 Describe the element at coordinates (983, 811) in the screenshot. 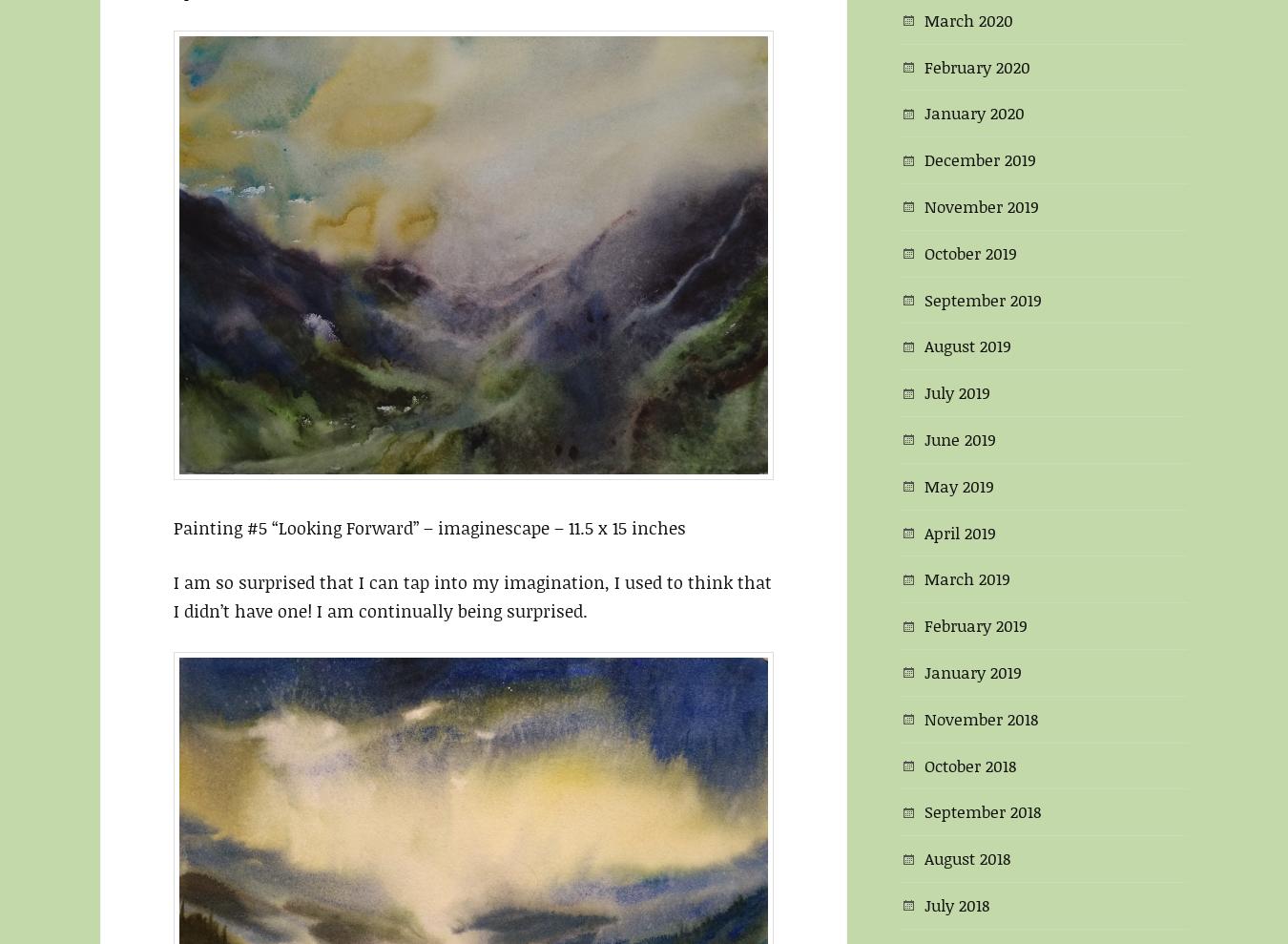

I see `'September 2018'` at that location.